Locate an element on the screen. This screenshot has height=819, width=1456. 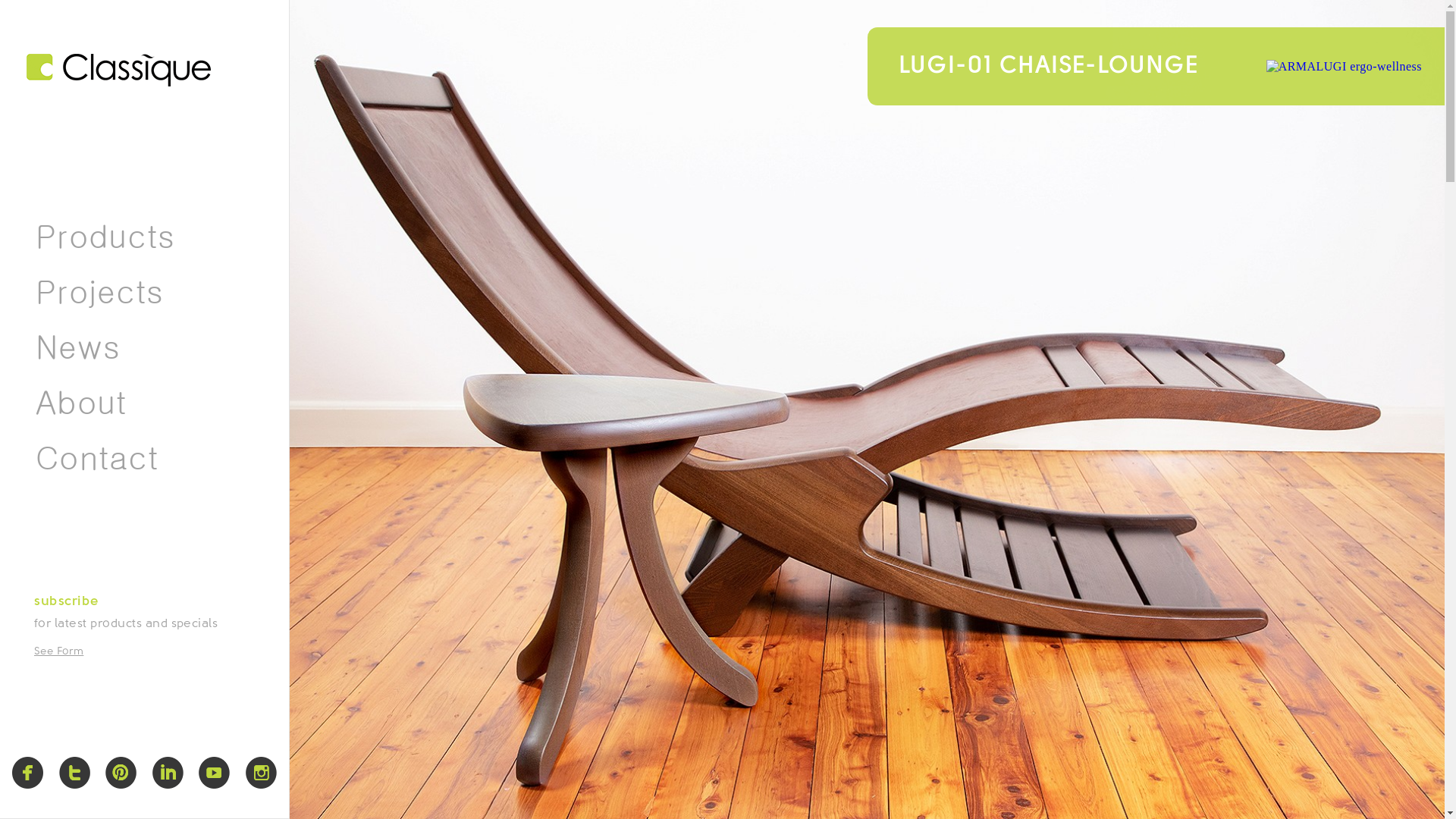
'Projects' is located at coordinates (99, 292).